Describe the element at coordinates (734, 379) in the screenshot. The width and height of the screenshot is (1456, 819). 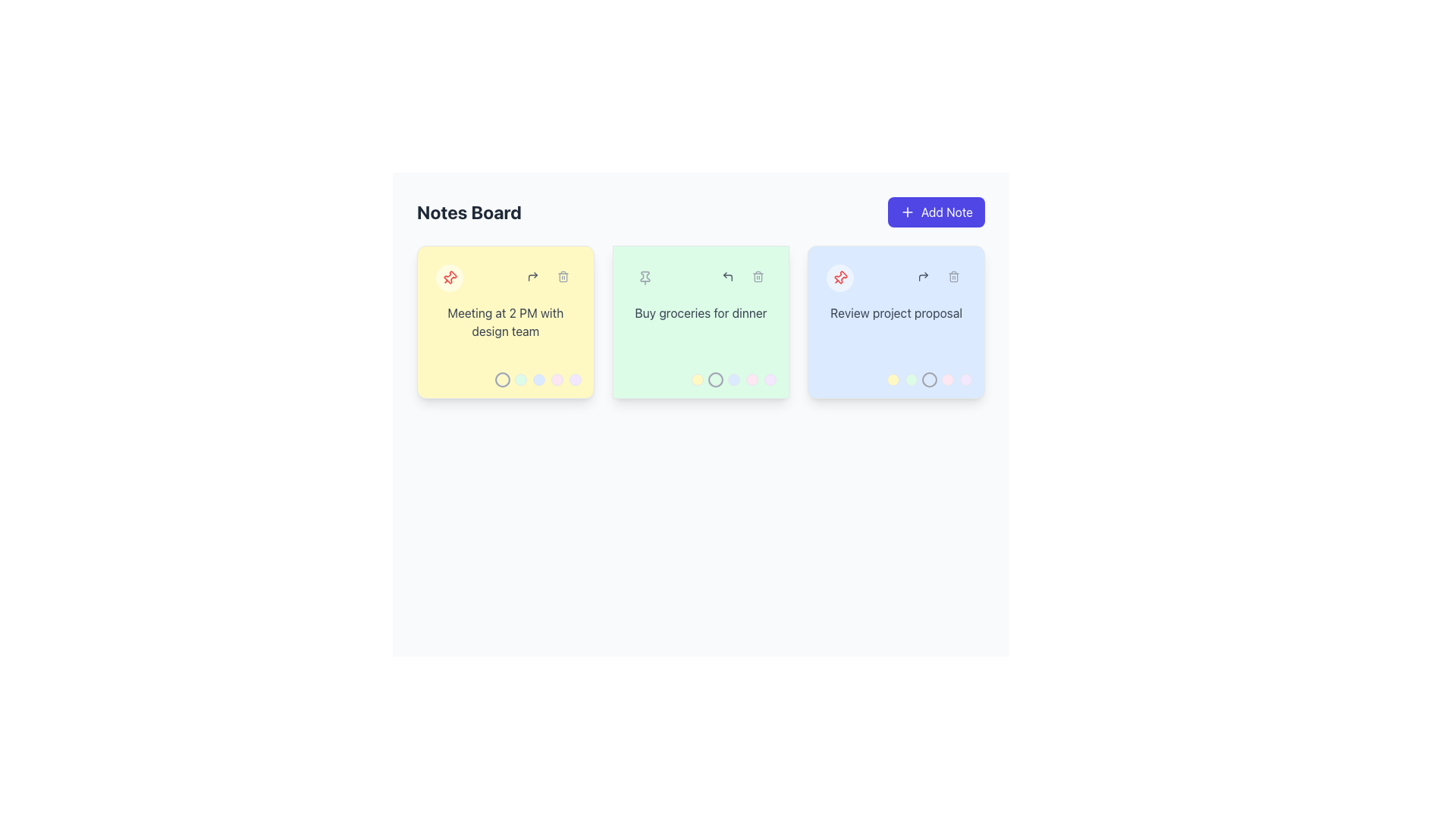
I see `the circular toggle button with a blue background and gray border, located at the bottom-right corner of the 'Buy groceries for dinner' note card` at that location.